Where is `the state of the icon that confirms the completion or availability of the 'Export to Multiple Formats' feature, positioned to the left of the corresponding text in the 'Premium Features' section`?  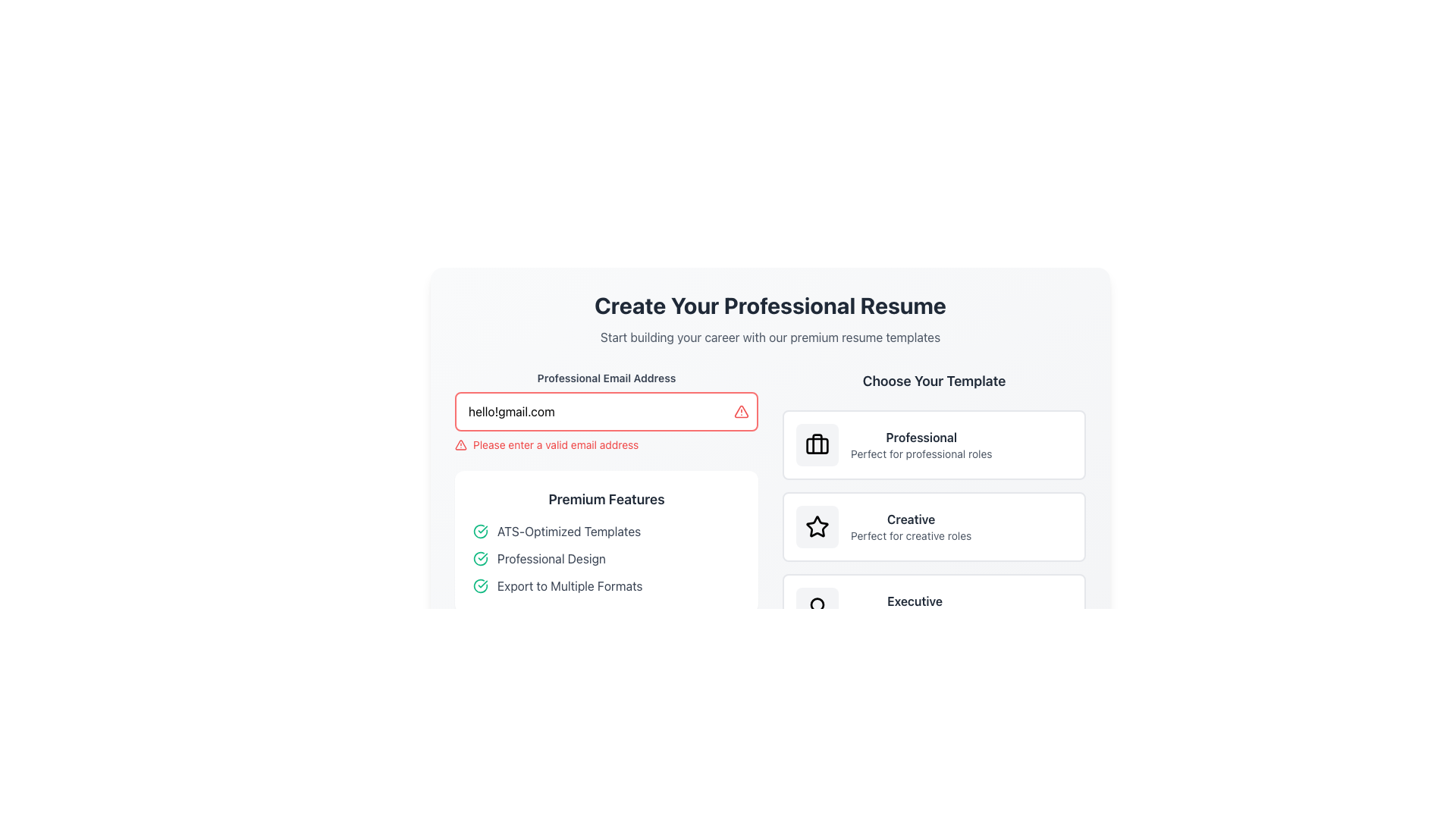
the state of the icon that confirms the completion or availability of the 'Export to Multiple Formats' feature, positioned to the left of the corresponding text in the 'Premium Features' section is located at coordinates (479, 585).